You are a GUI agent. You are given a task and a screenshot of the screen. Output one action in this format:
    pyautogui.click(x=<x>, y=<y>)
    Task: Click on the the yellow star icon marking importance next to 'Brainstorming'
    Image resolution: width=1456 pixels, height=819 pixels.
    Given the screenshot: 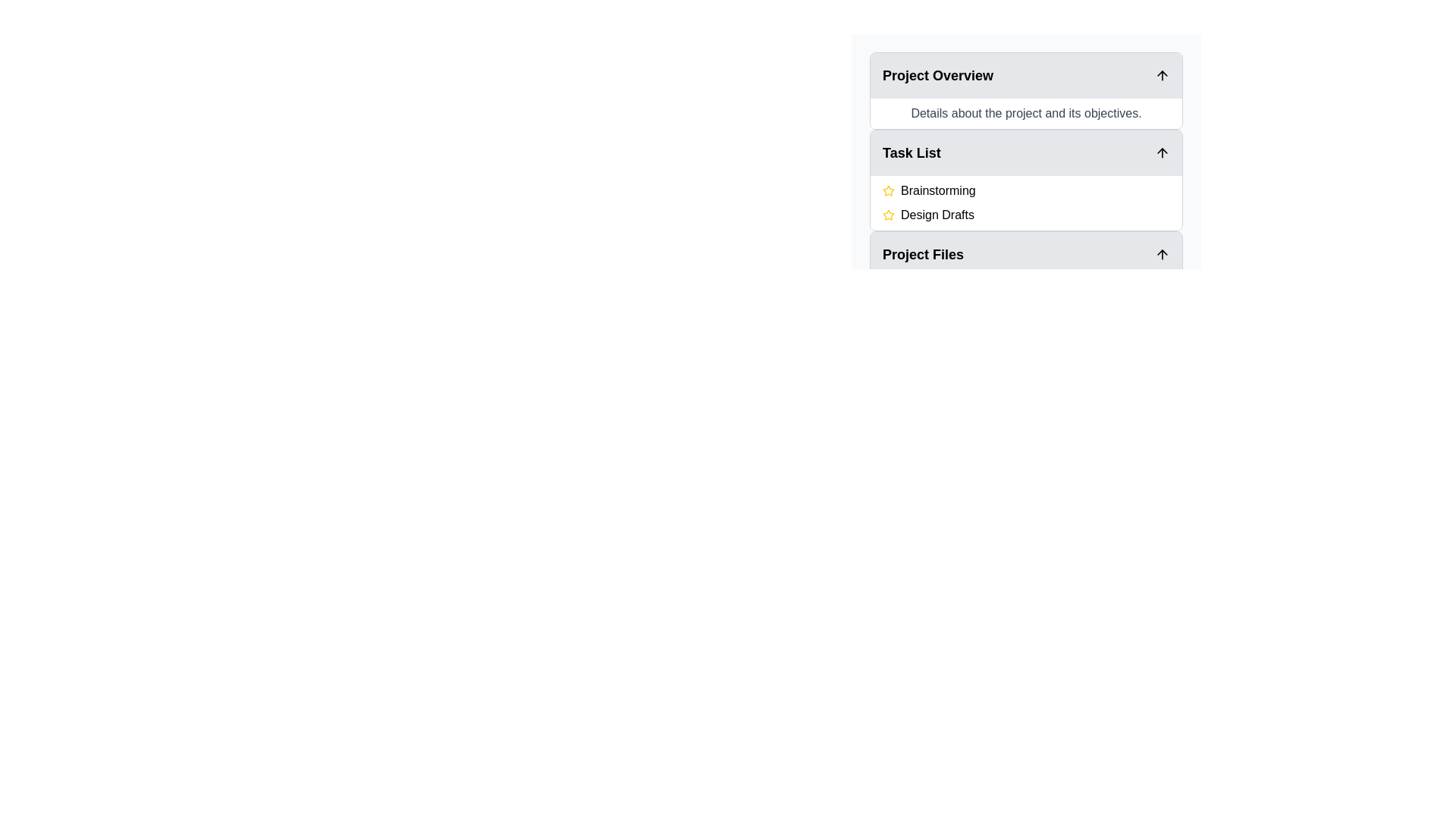 What is the action you would take?
    pyautogui.click(x=888, y=214)
    